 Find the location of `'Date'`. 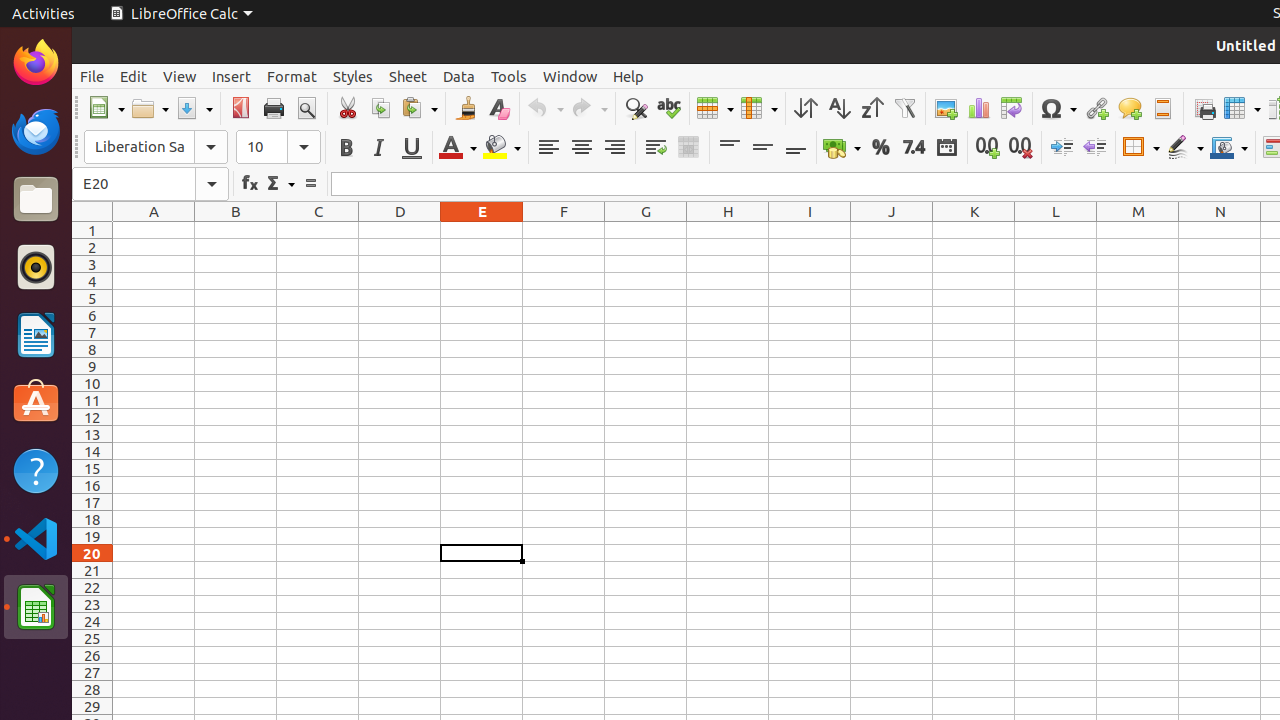

'Date' is located at coordinates (945, 146).